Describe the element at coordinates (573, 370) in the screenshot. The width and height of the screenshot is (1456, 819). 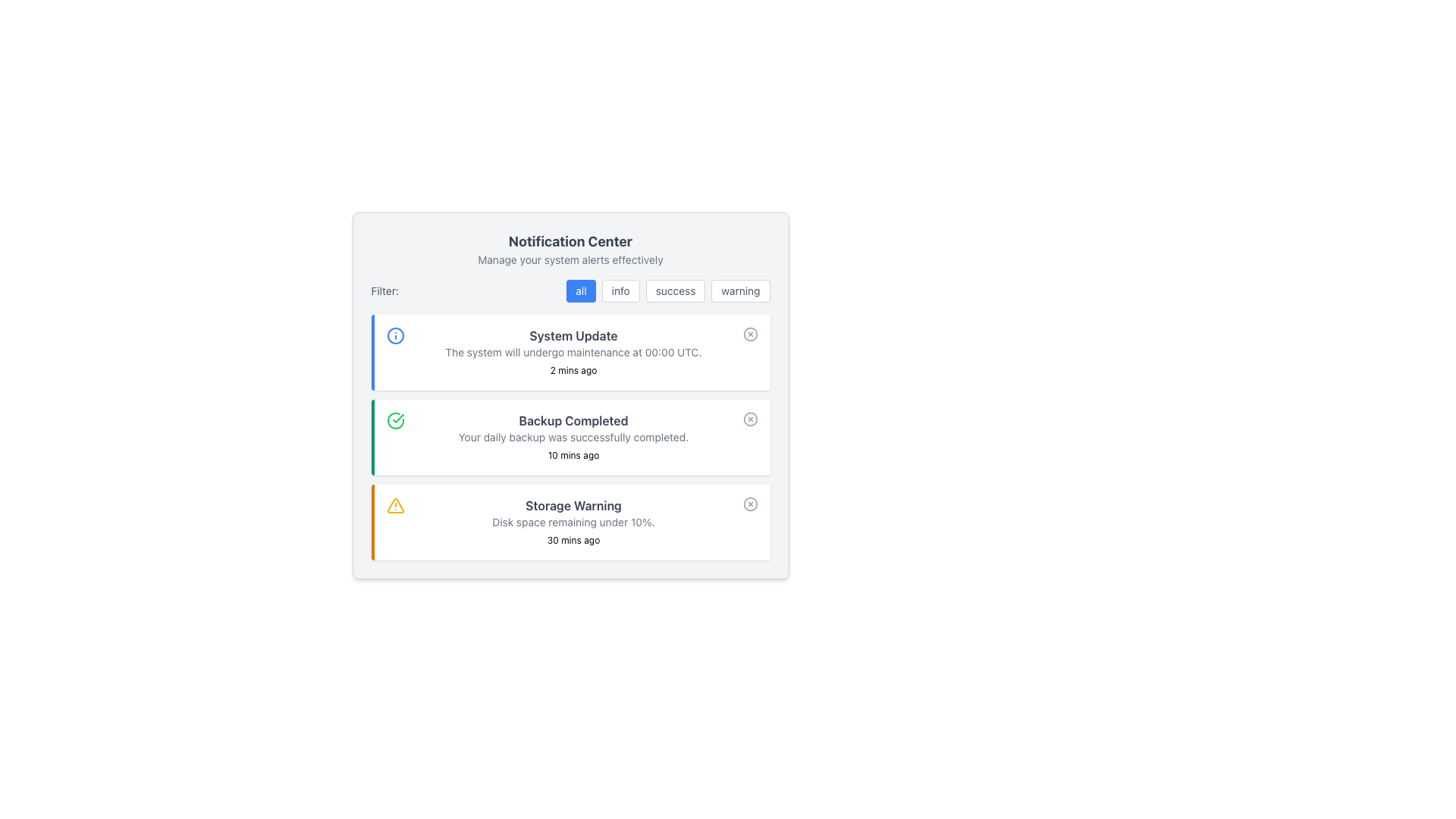
I see `the text label that indicates the relative time information for the notification, located beneath the descriptive text 'The system will undergo maintenance at 00:00 UTC.' on the right side of the notification card titled 'System Update'` at that location.